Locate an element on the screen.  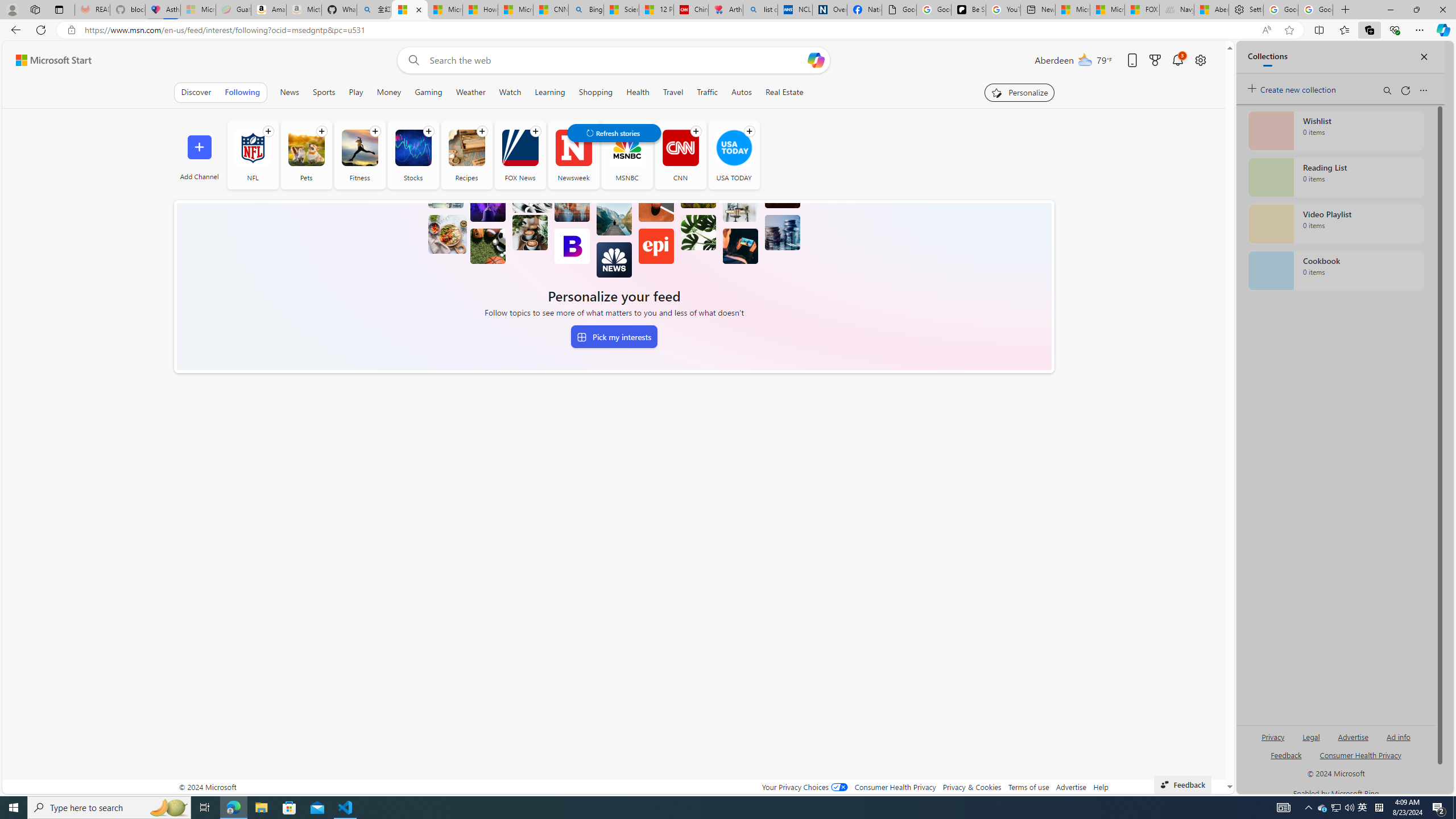
'Newsweek' is located at coordinates (573, 154).